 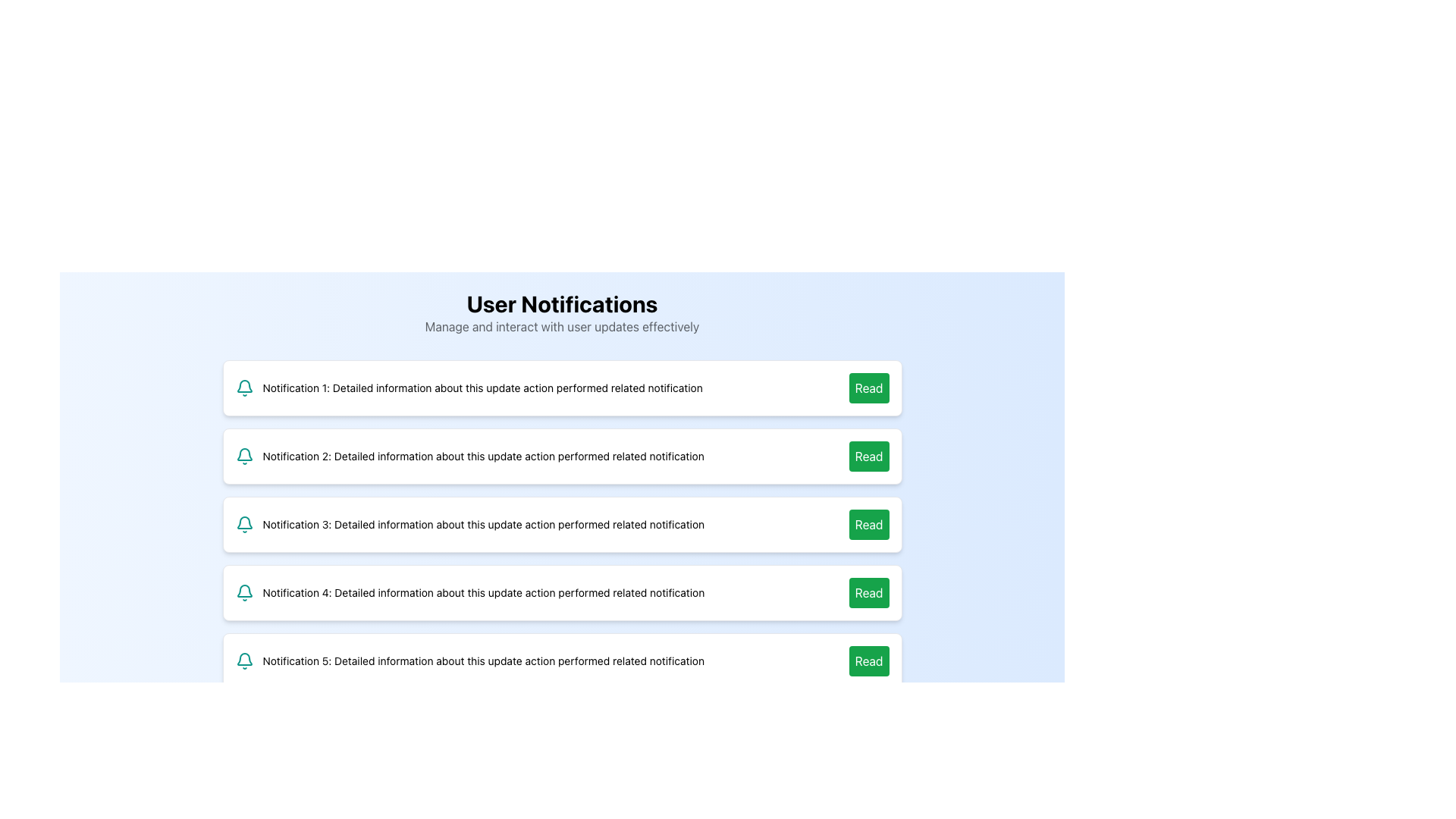 I want to click on the text element displaying 'Notification 2: Detailed information about this update action performed related notification.' which is the second entry in a list of notifications, so click(x=482, y=455).